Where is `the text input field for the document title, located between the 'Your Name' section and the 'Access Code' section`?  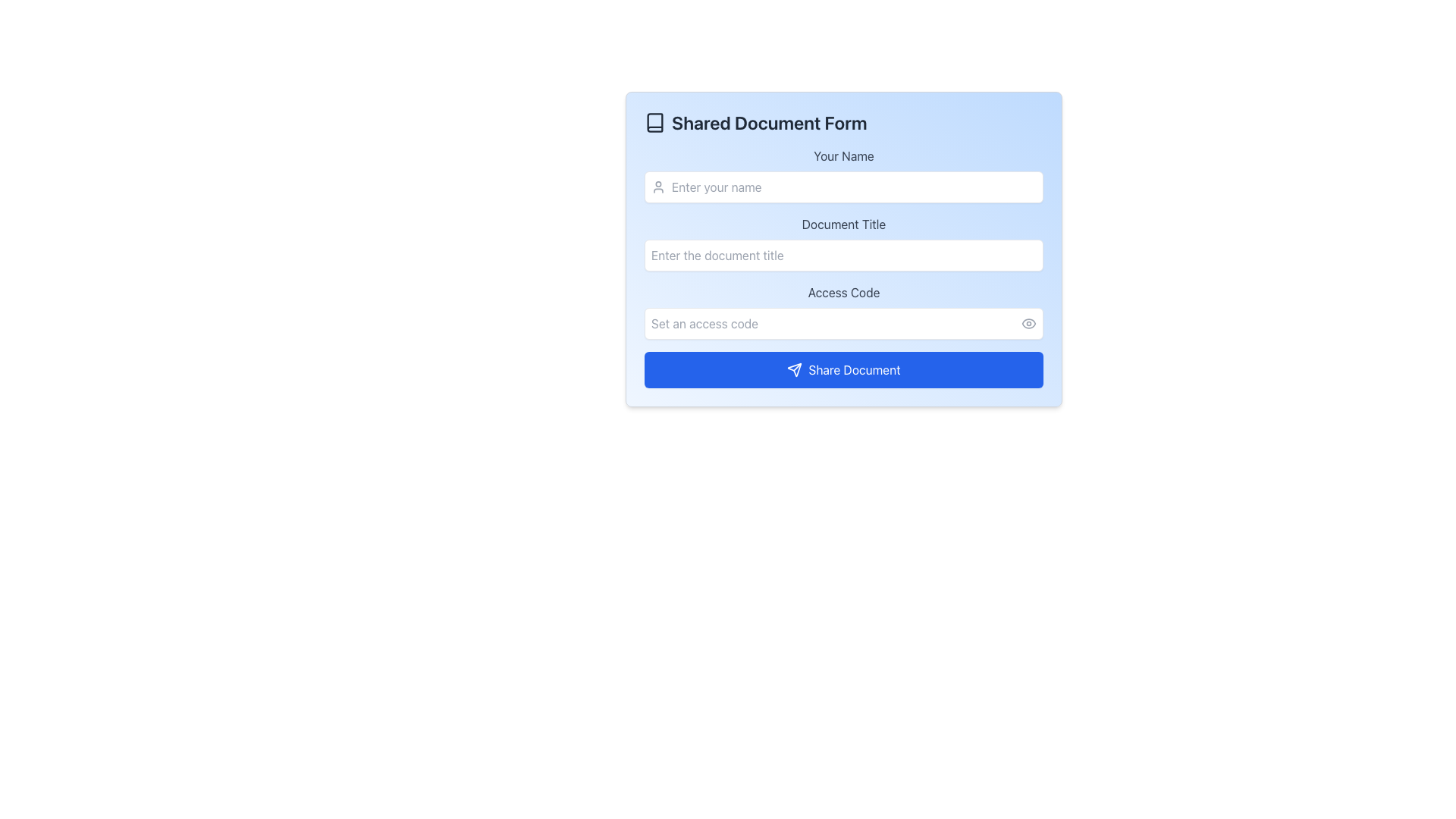
the text input field for the document title, located between the 'Your Name' section and the 'Access Code' section is located at coordinates (843, 267).